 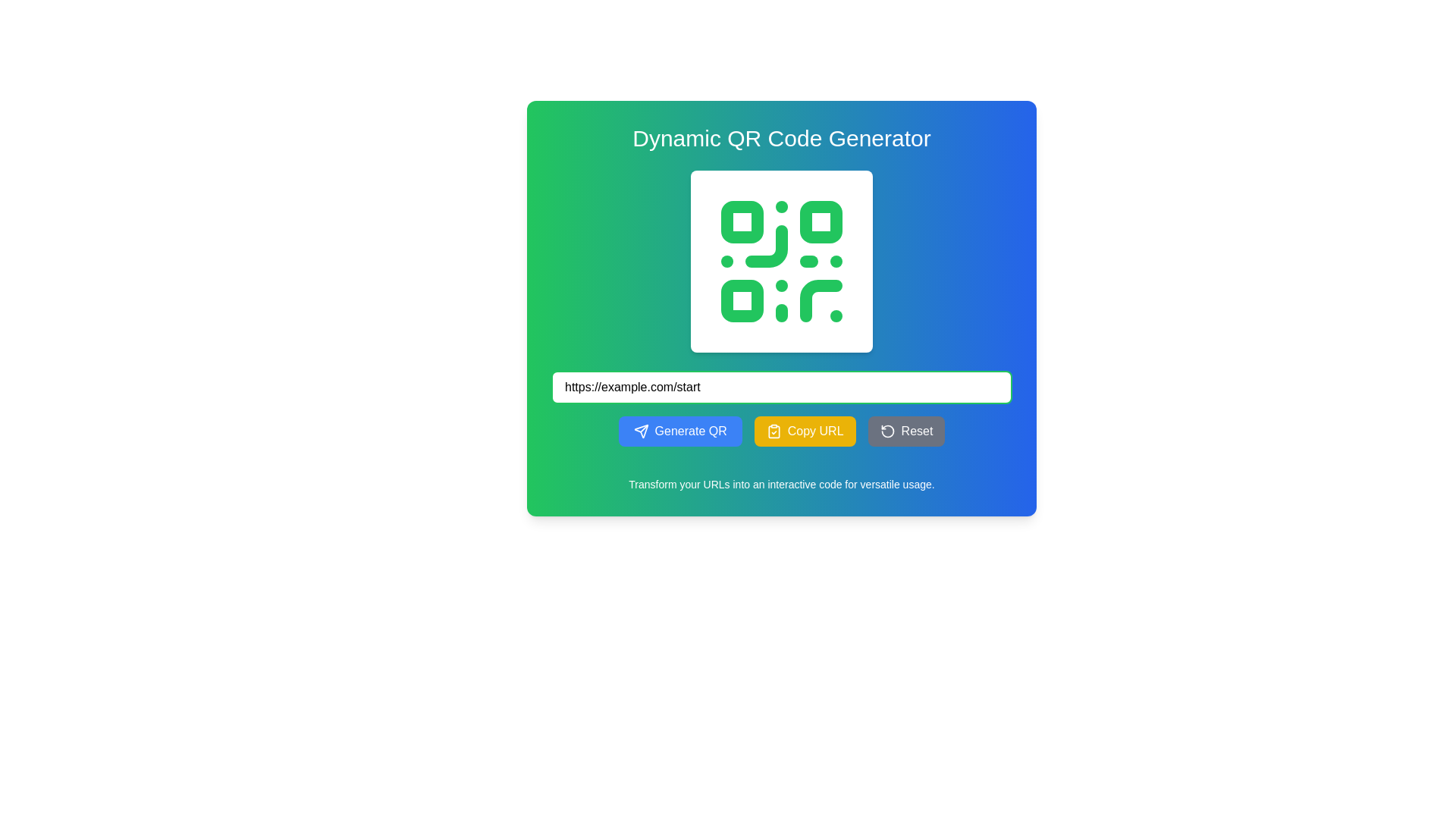 I want to click on the diagonal line segment of the SVG icon located in the bottom-right section of the interface, so click(x=644, y=428).